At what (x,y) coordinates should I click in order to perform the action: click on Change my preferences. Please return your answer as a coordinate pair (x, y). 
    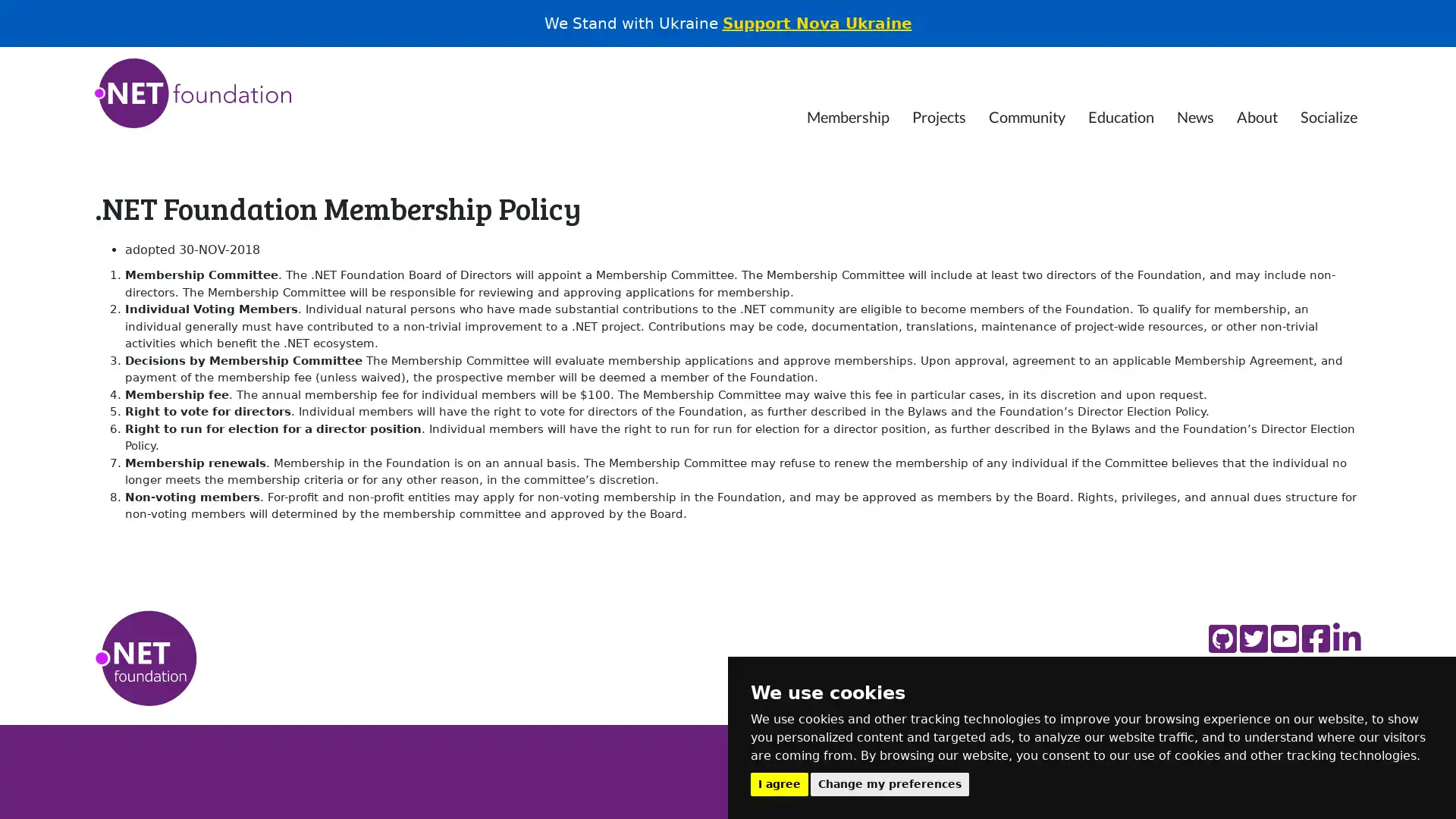
    Looking at the image, I should click on (889, 784).